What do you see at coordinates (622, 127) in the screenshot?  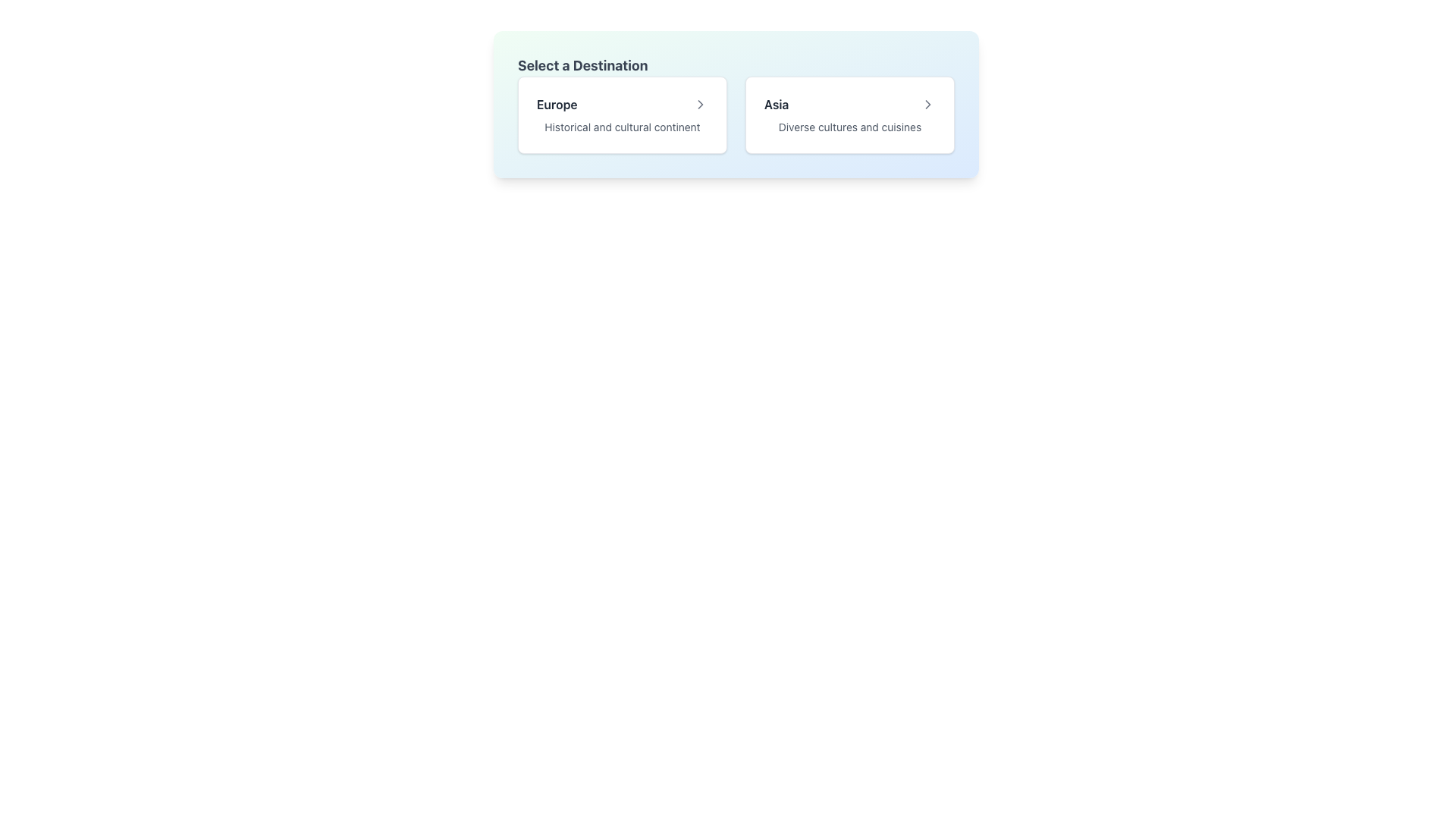 I see `the descriptive subtitle text label located below the main title 'Europe', aligned to the left` at bounding box center [622, 127].